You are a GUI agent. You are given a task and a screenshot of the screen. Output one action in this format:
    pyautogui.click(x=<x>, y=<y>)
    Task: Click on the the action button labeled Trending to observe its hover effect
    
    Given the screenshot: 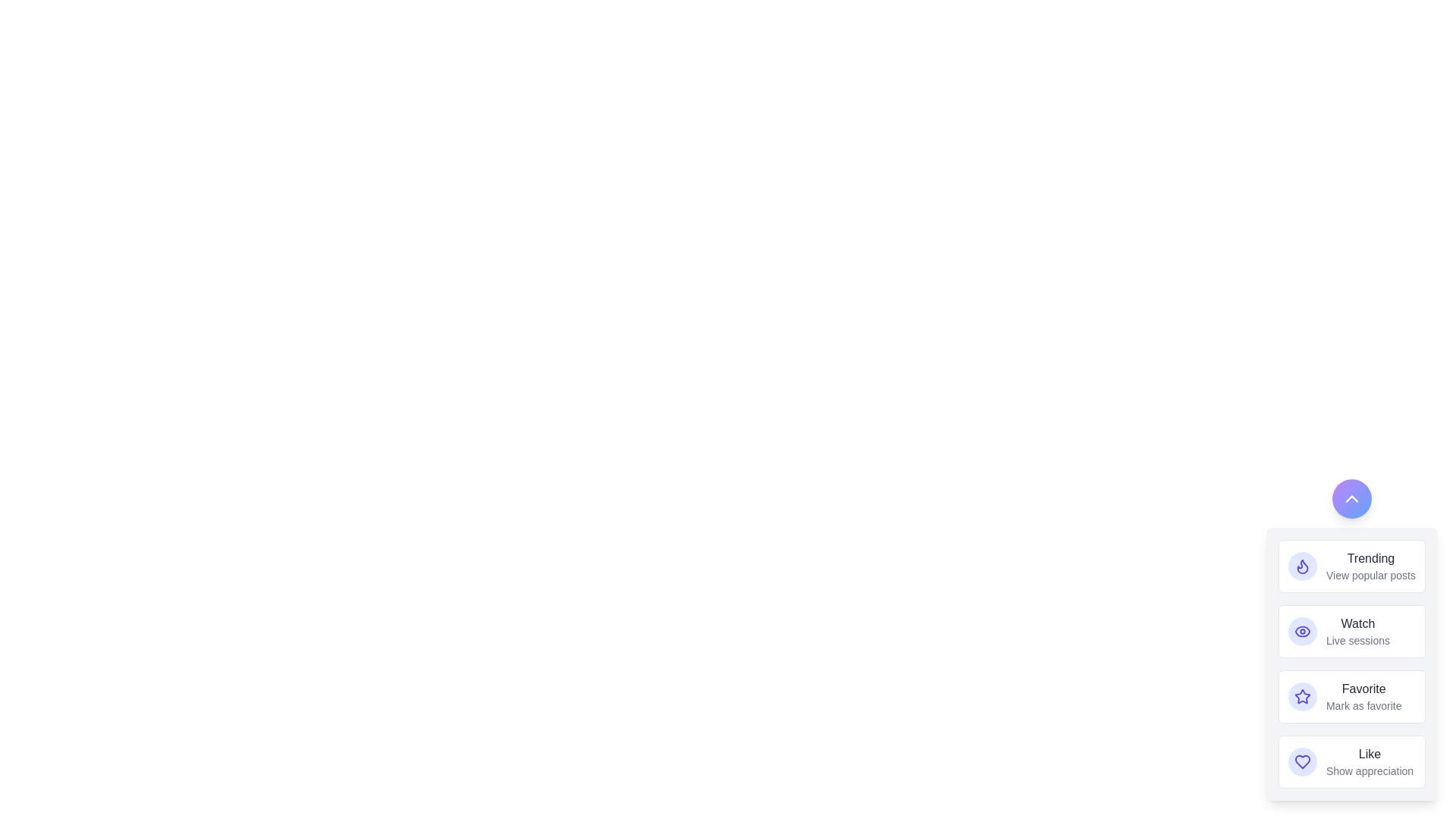 What is the action you would take?
    pyautogui.click(x=1302, y=566)
    